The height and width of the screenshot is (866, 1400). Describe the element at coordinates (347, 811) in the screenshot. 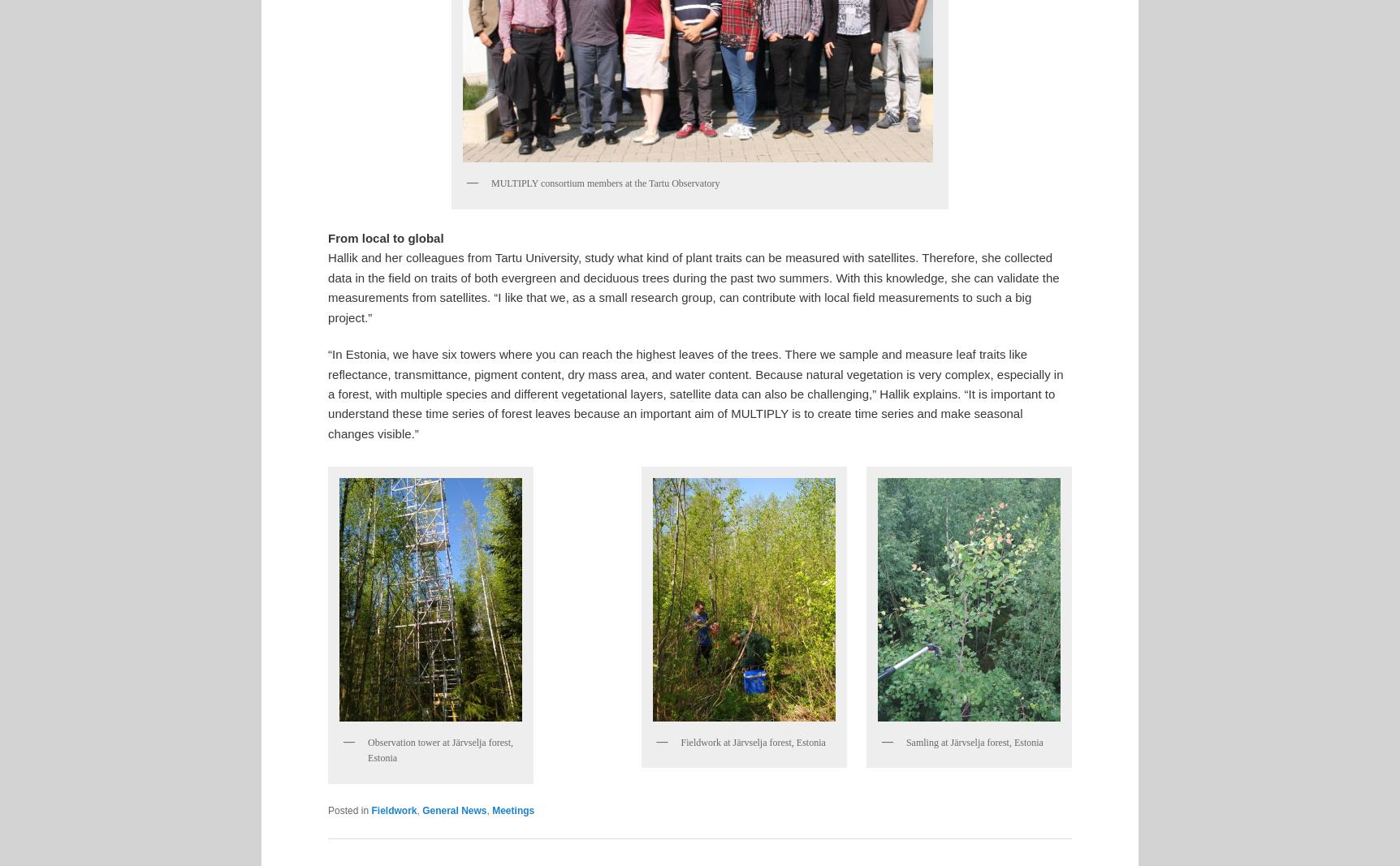

I see `'Posted in'` at that location.